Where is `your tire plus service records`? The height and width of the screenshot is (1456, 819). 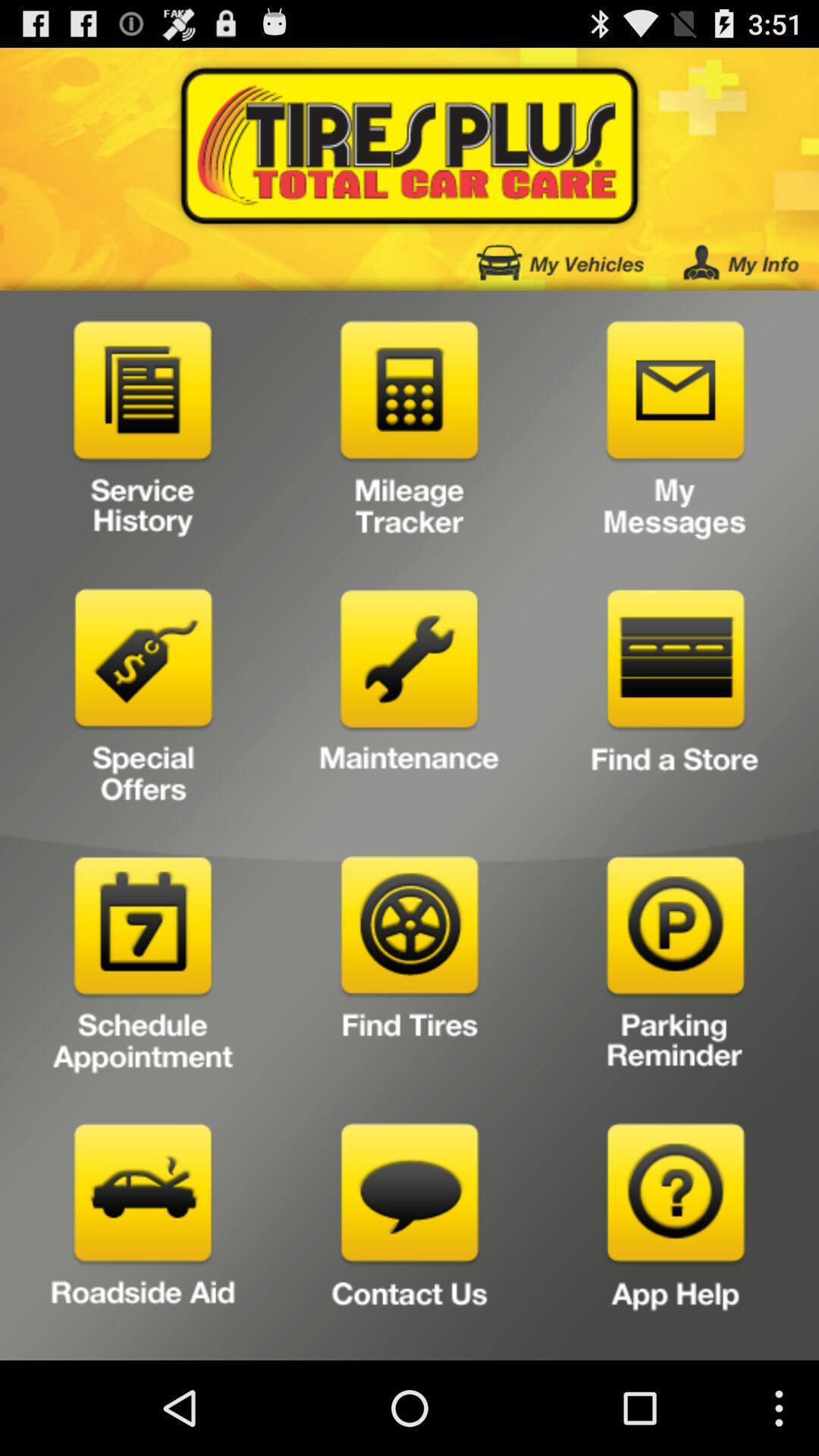
your tire plus service records is located at coordinates (143, 433).